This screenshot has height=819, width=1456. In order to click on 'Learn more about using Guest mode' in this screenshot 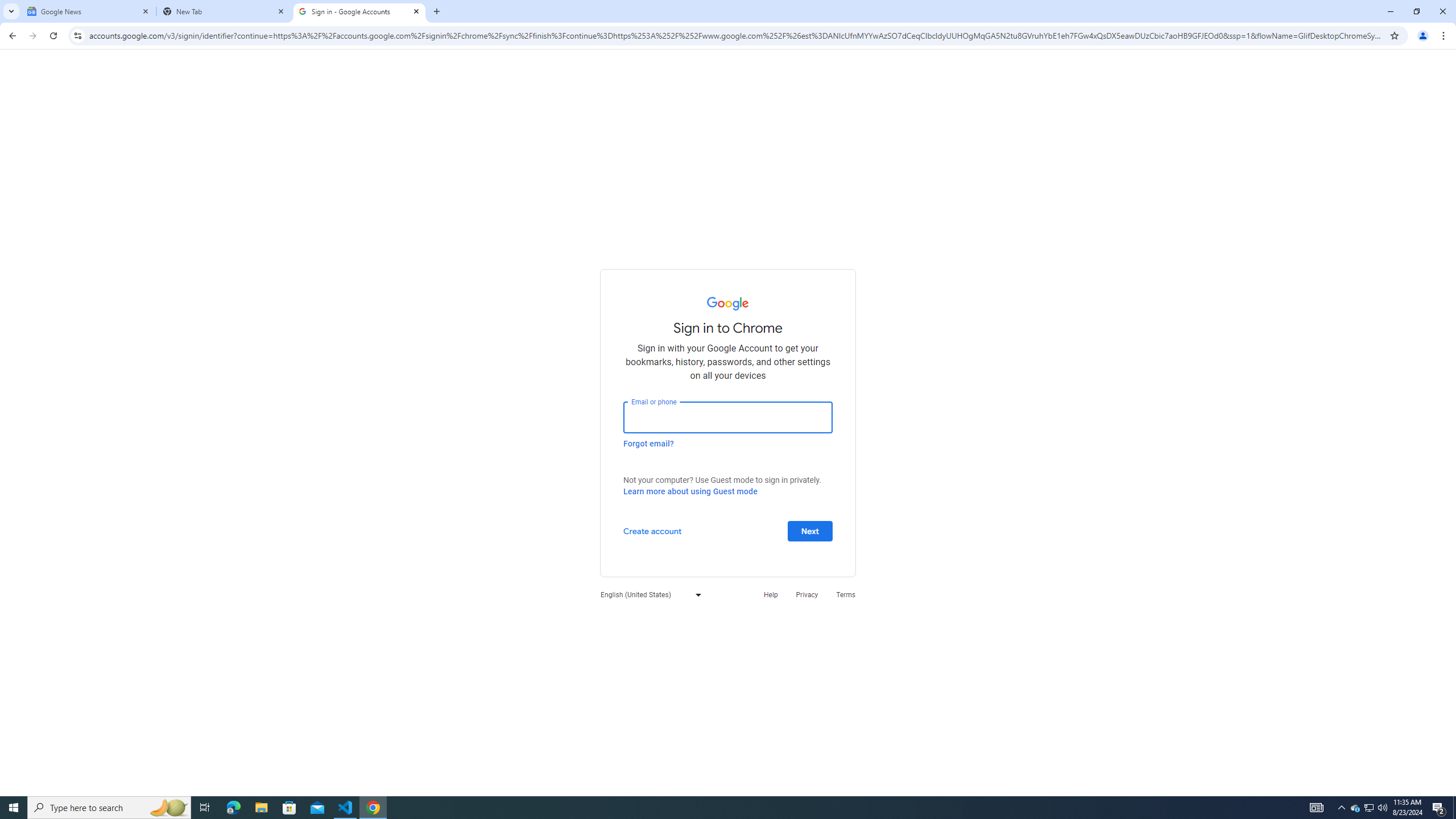, I will do `click(689, 491)`.